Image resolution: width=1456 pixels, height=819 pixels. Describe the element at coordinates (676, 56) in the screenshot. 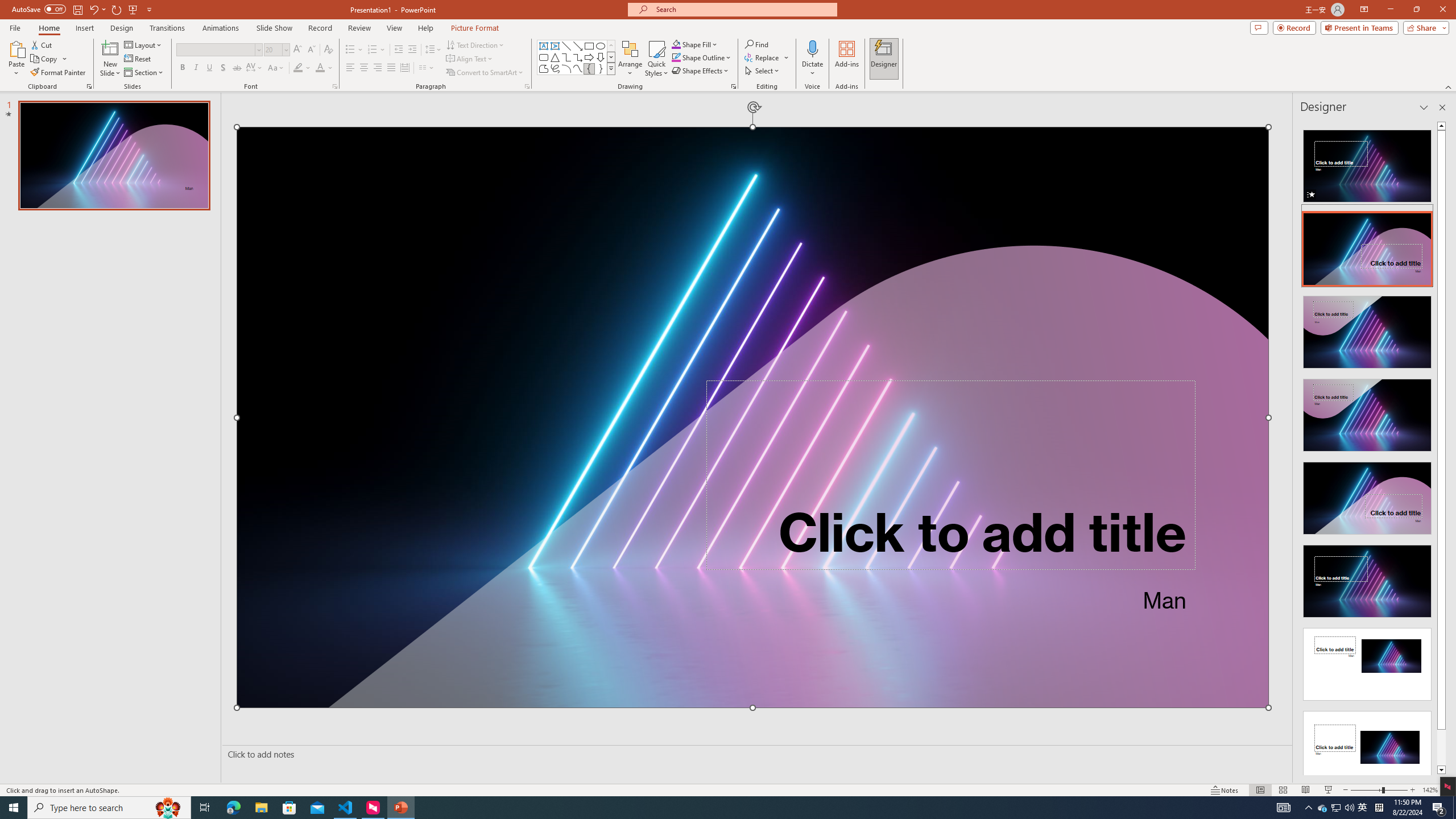

I see `'Shape Outline Blue, Accent 1'` at that location.